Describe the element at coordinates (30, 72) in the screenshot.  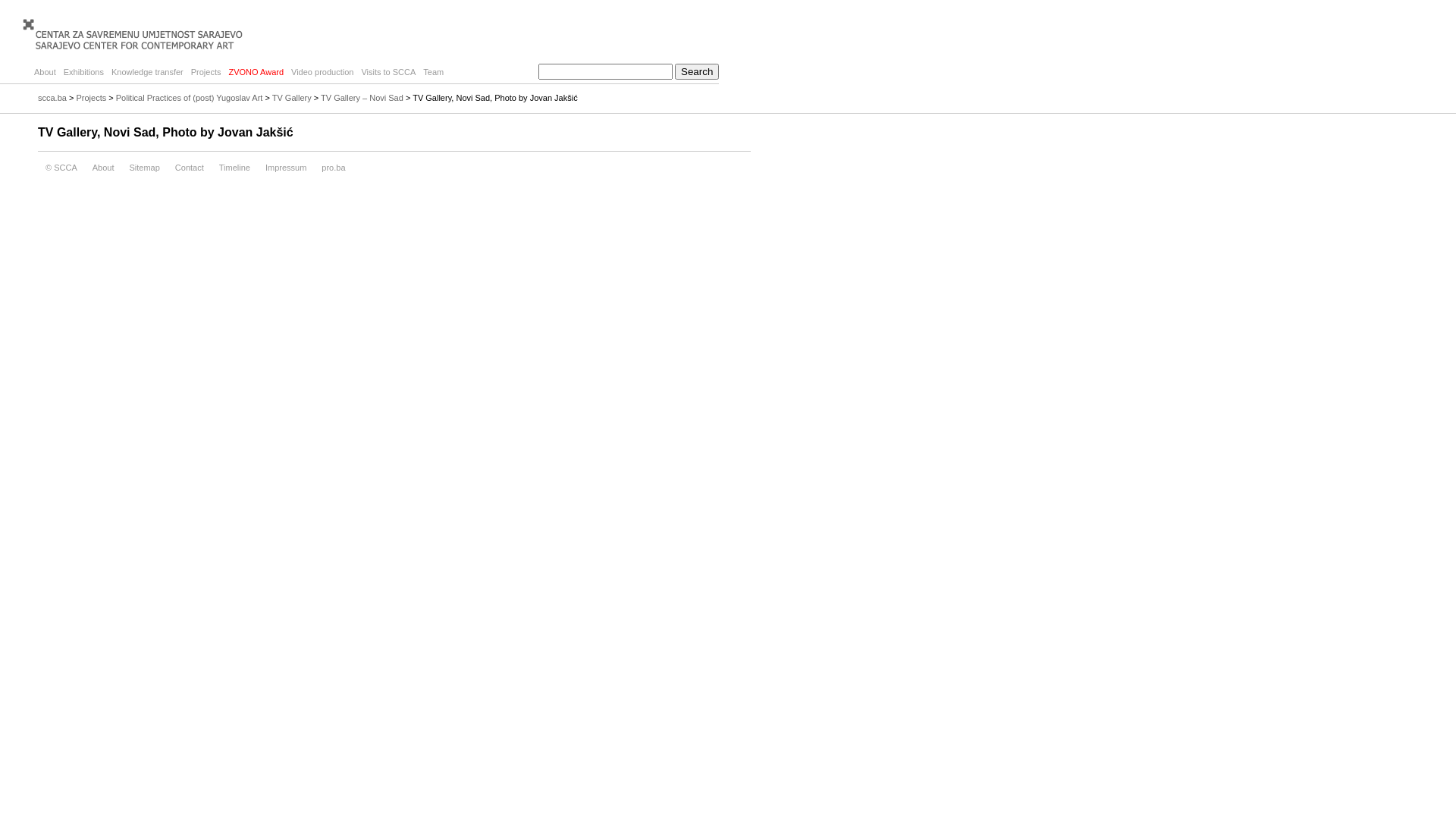
I see `'About'` at that location.